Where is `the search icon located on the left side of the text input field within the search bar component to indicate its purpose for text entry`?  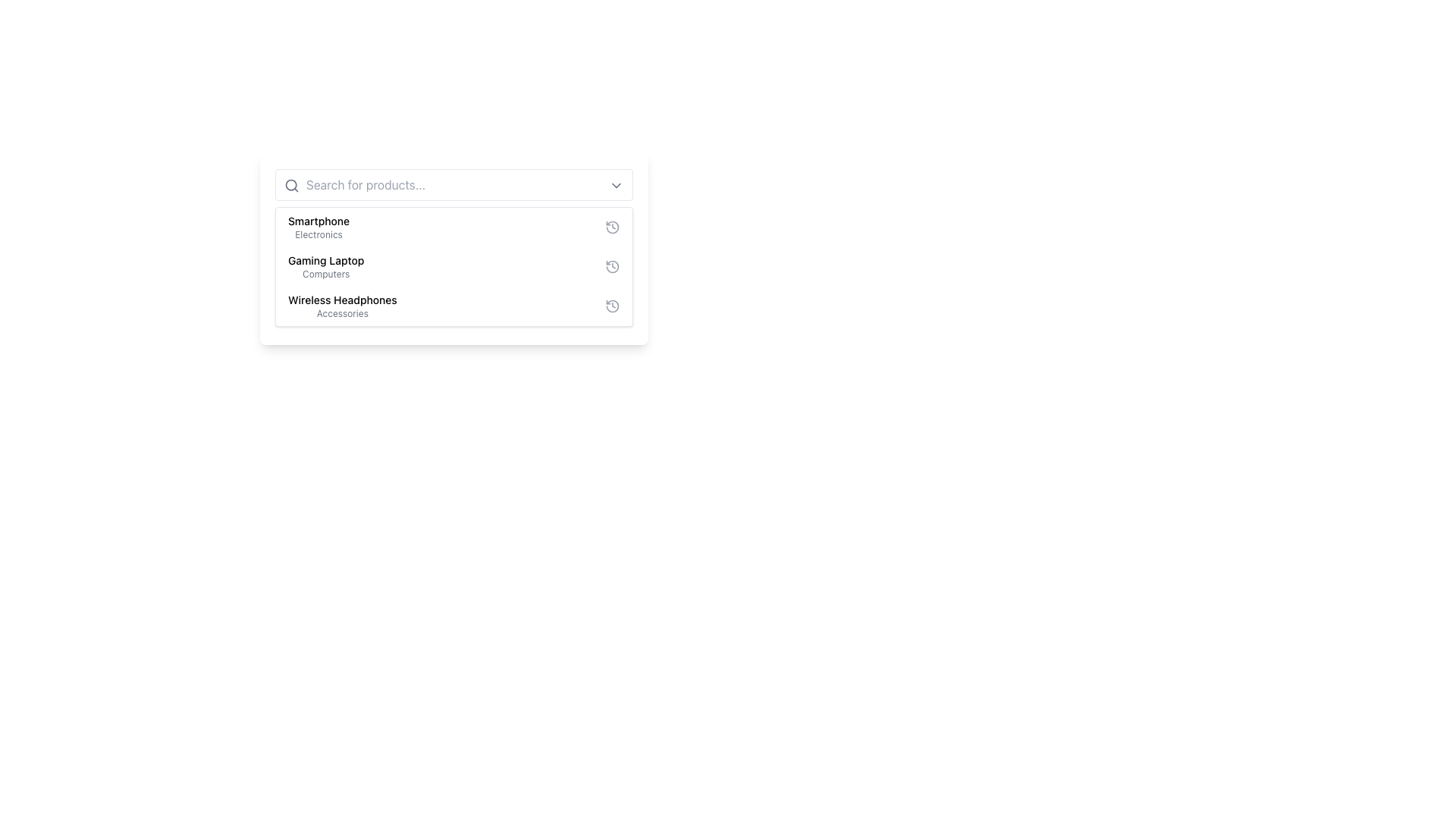 the search icon located on the left side of the text input field within the search bar component to indicate its purpose for text entry is located at coordinates (291, 185).